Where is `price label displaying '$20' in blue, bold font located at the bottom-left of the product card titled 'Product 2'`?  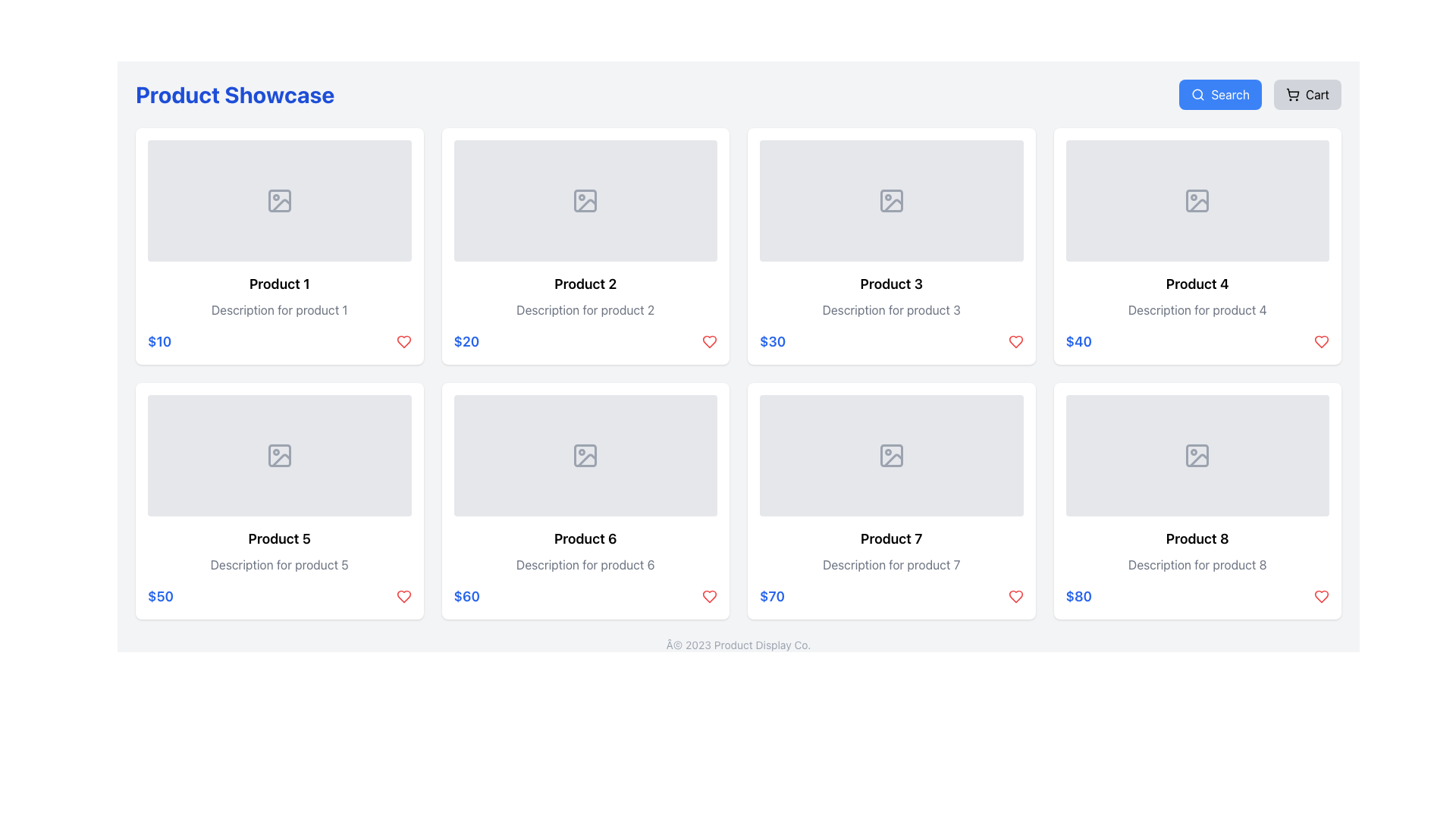 price label displaying '$20' in blue, bold font located at the bottom-left of the product card titled 'Product 2' is located at coordinates (466, 342).